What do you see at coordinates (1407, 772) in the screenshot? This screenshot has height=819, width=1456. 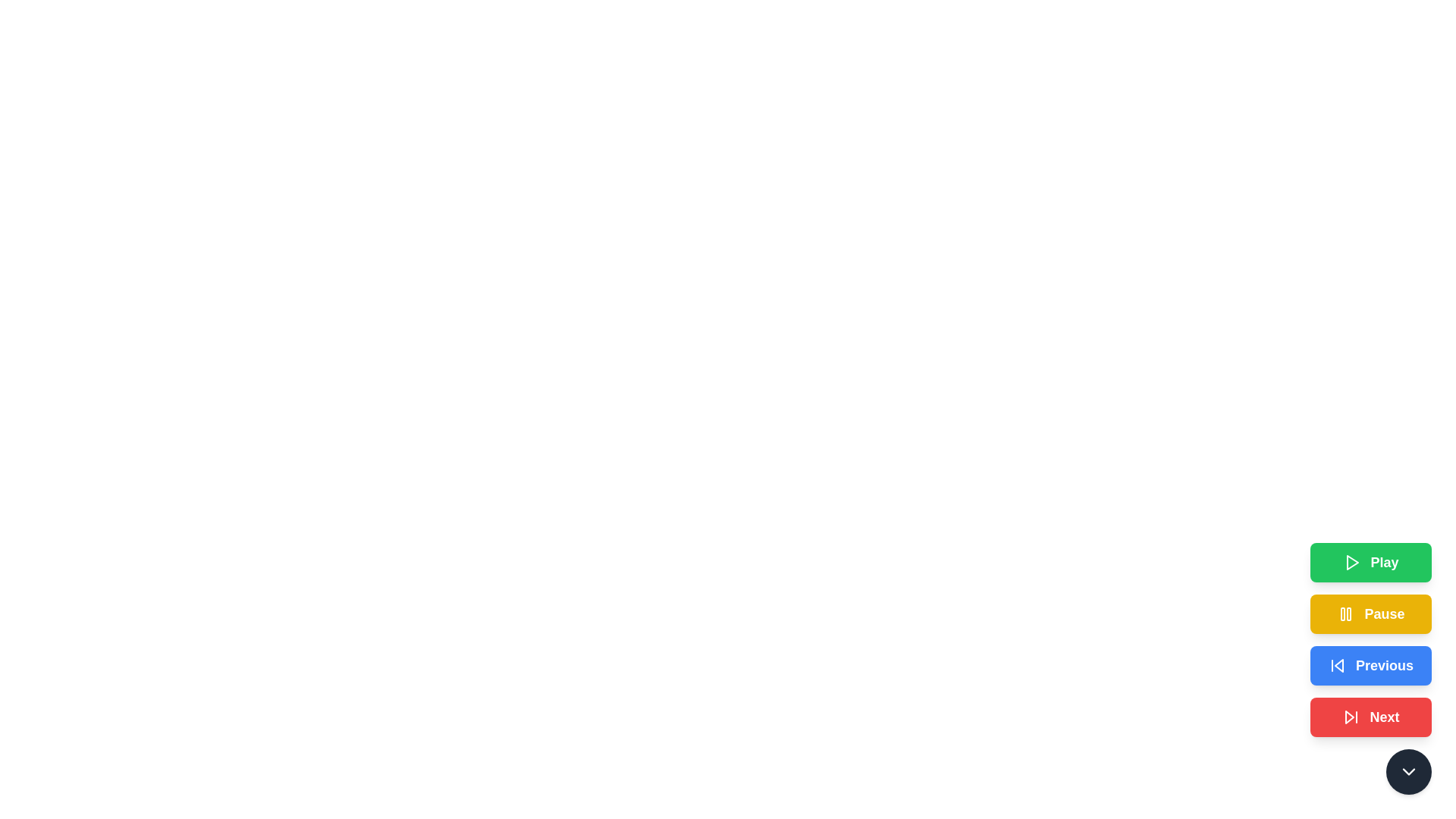 I see `the downward chevron button to toggle the visibility of the control panel` at bounding box center [1407, 772].